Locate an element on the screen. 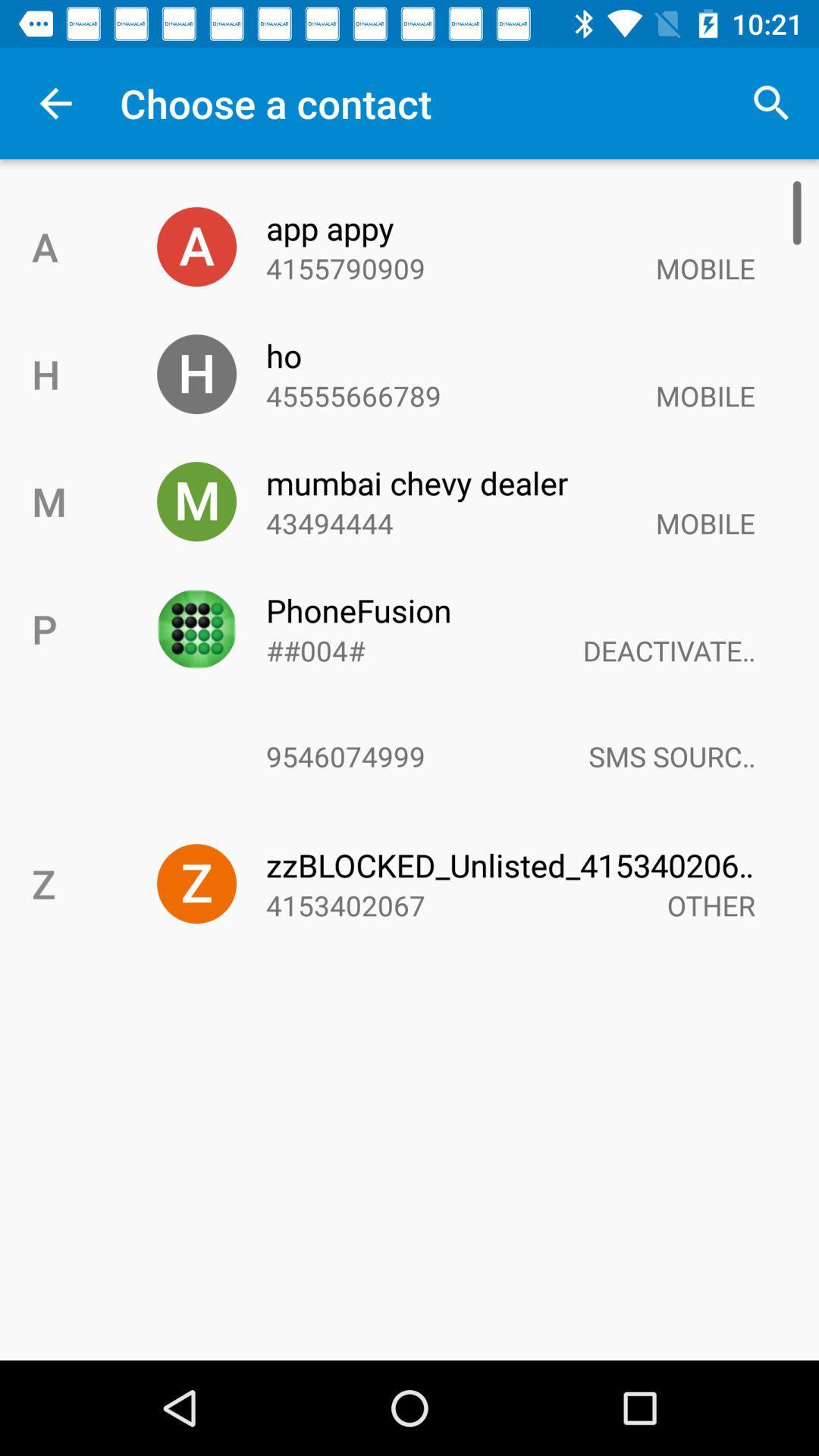  app above the a icon is located at coordinates (55, 102).